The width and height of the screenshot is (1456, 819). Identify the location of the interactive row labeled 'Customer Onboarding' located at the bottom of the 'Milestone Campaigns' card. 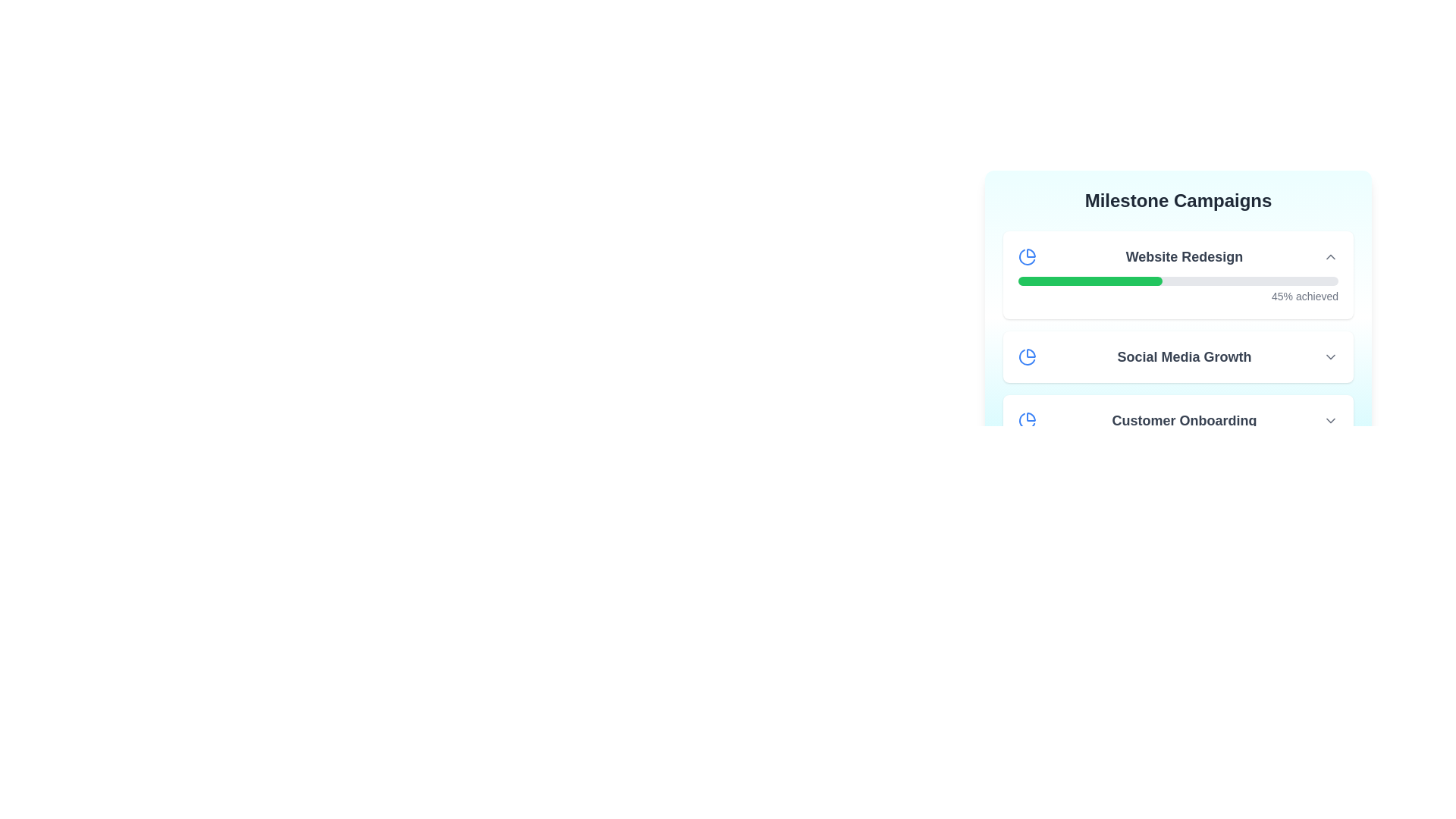
(1178, 421).